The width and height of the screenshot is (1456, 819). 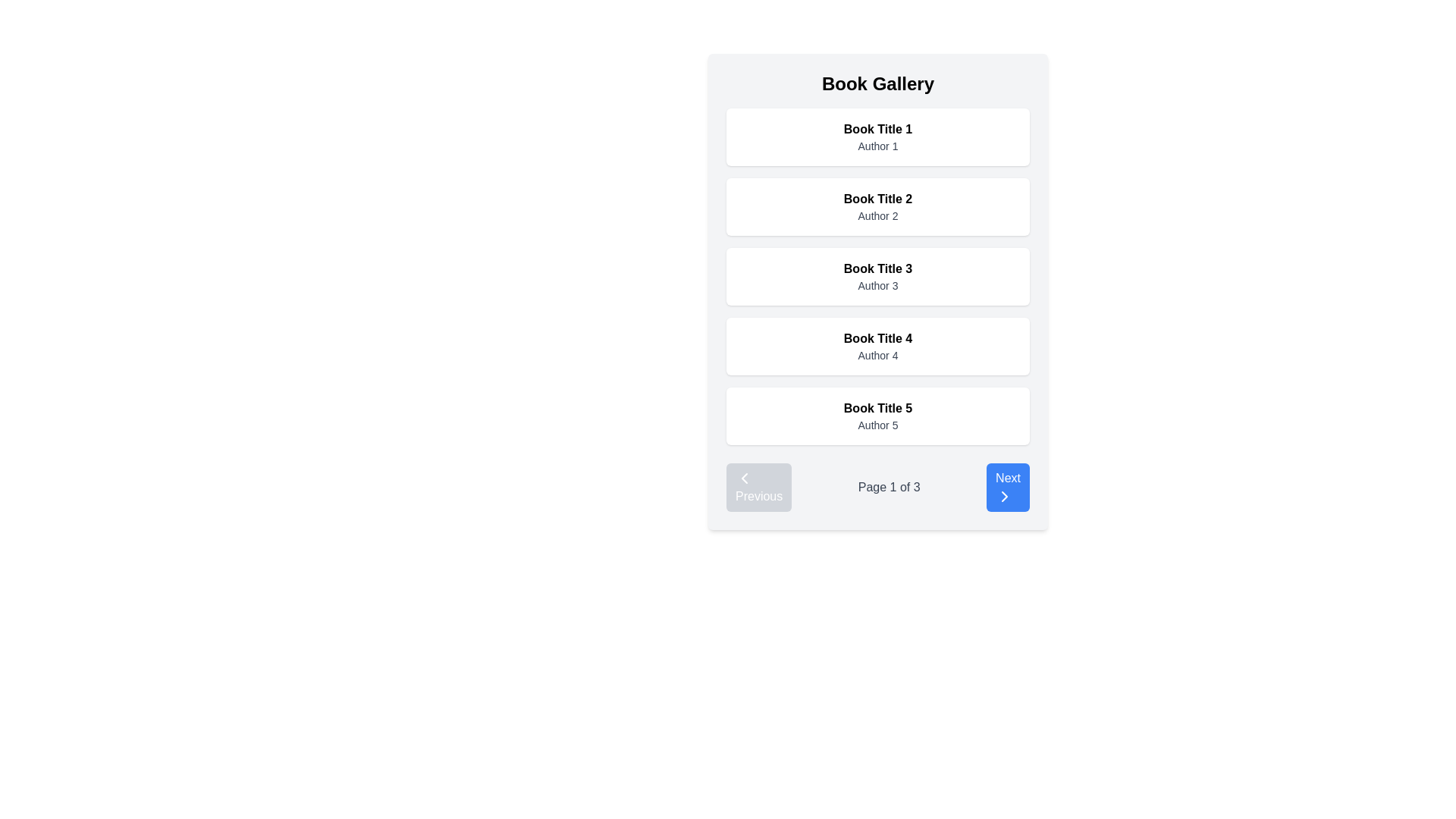 What do you see at coordinates (877, 346) in the screenshot?
I see `the card representing the book entry located as the fourth item in a vertical list of book cards` at bounding box center [877, 346].